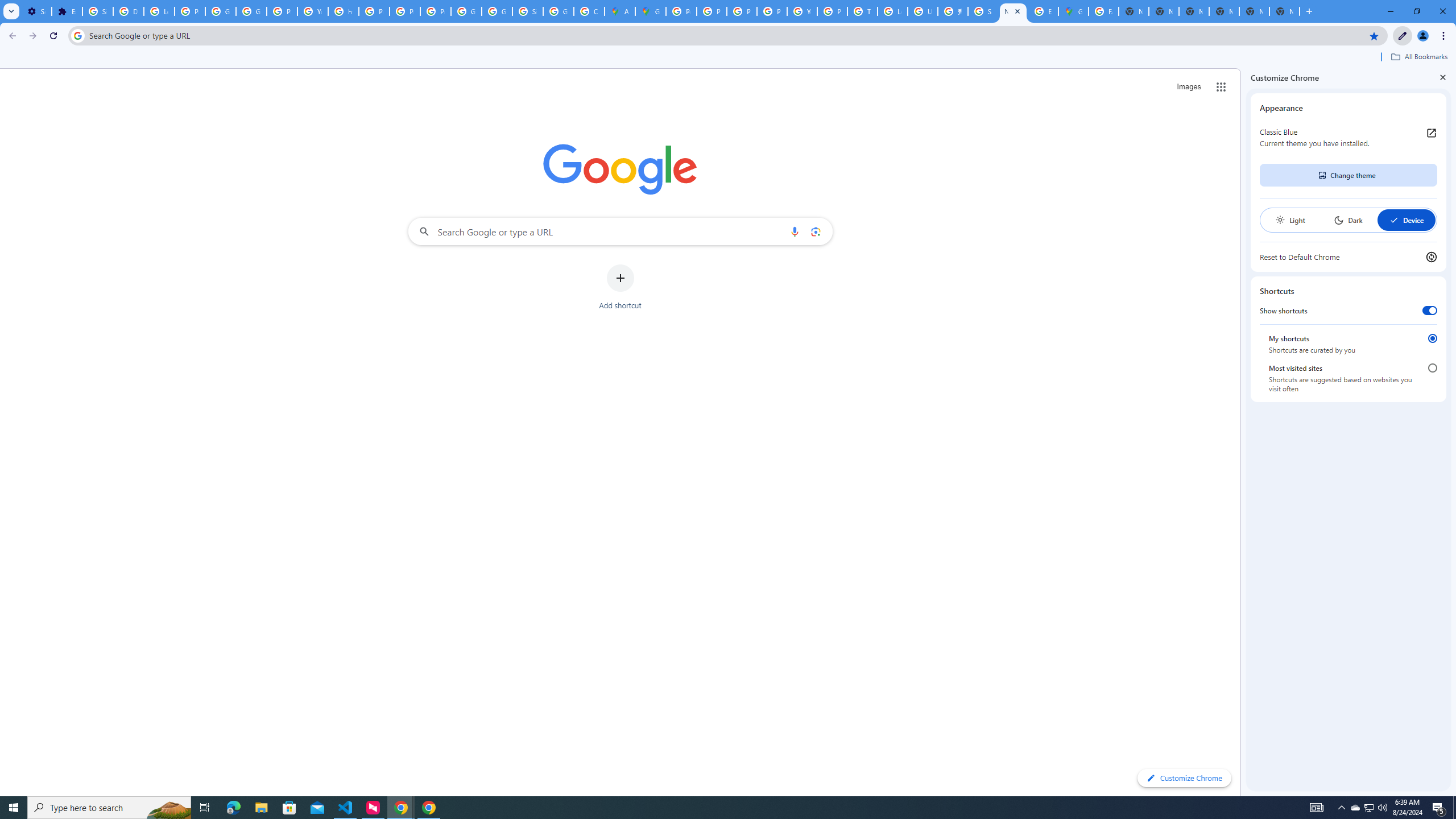 The image size is (1456, 819). What do you see at coordinates (1347, 220) in the screenshot?
I see `'Dark'` at bounding box center [1347, 220].